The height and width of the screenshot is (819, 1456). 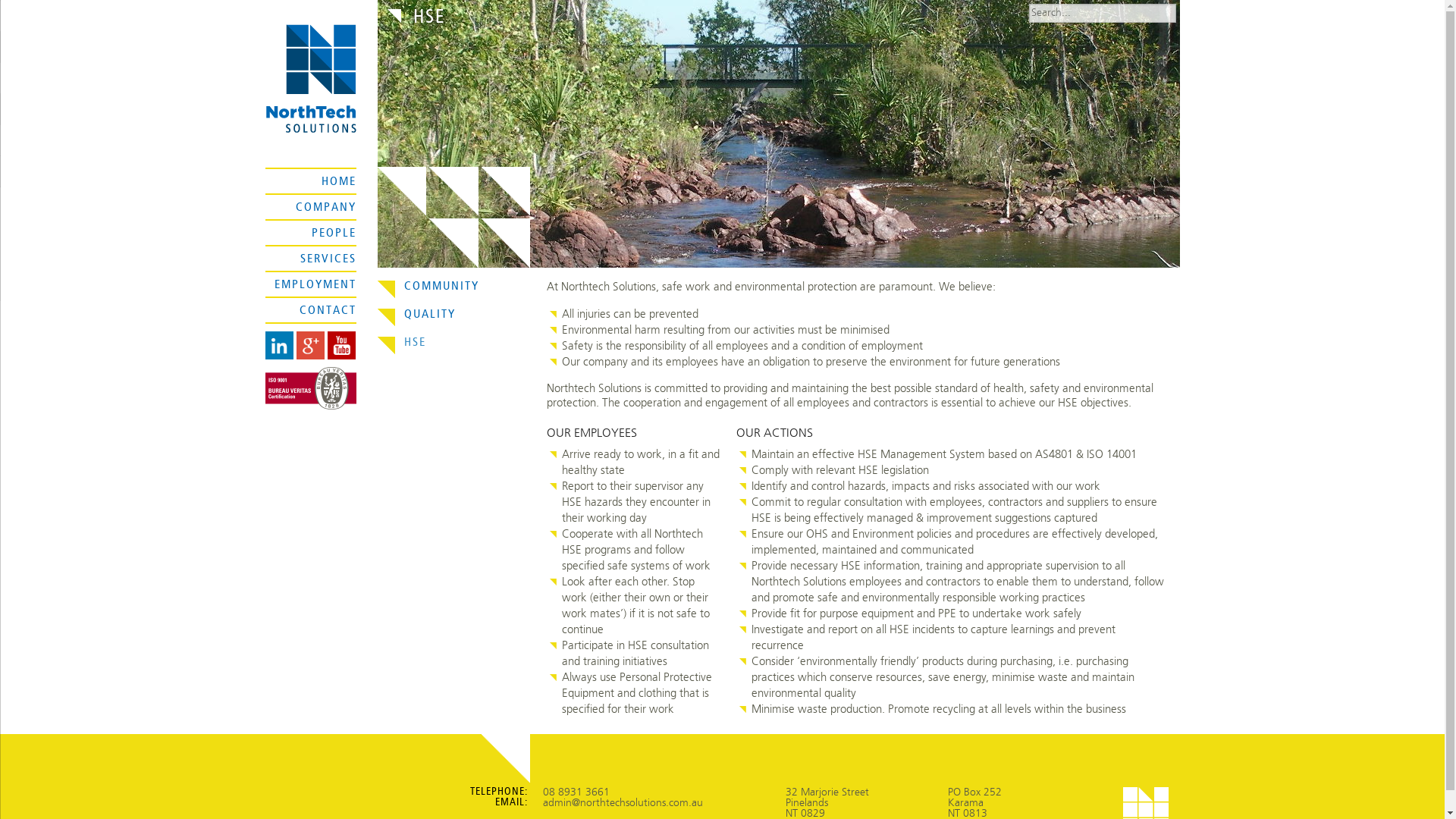 I want to click on 'admin@northtechsolutions.com.au', so click(x=623, y=802).